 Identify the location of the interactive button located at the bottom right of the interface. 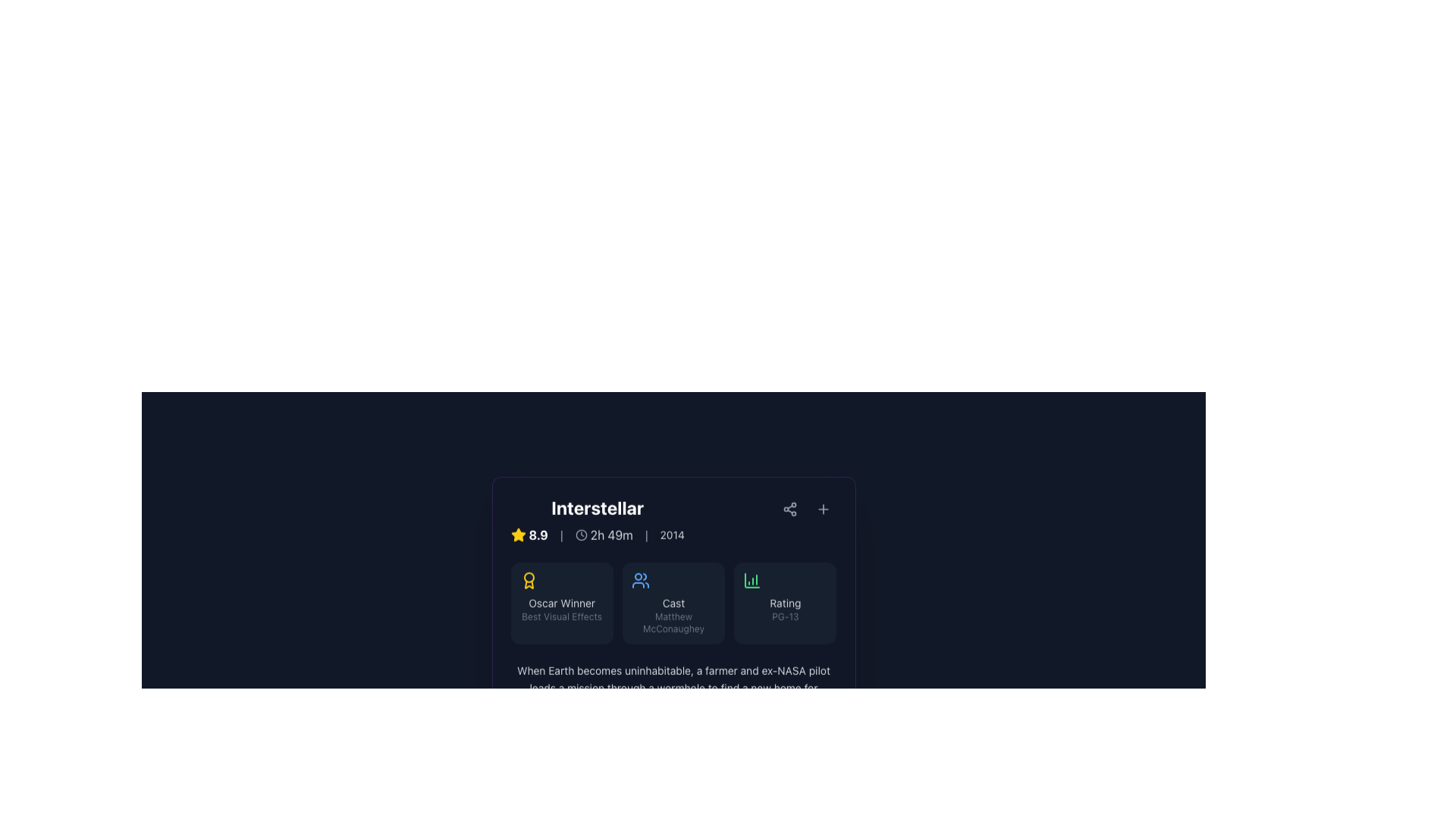
(789, 776).